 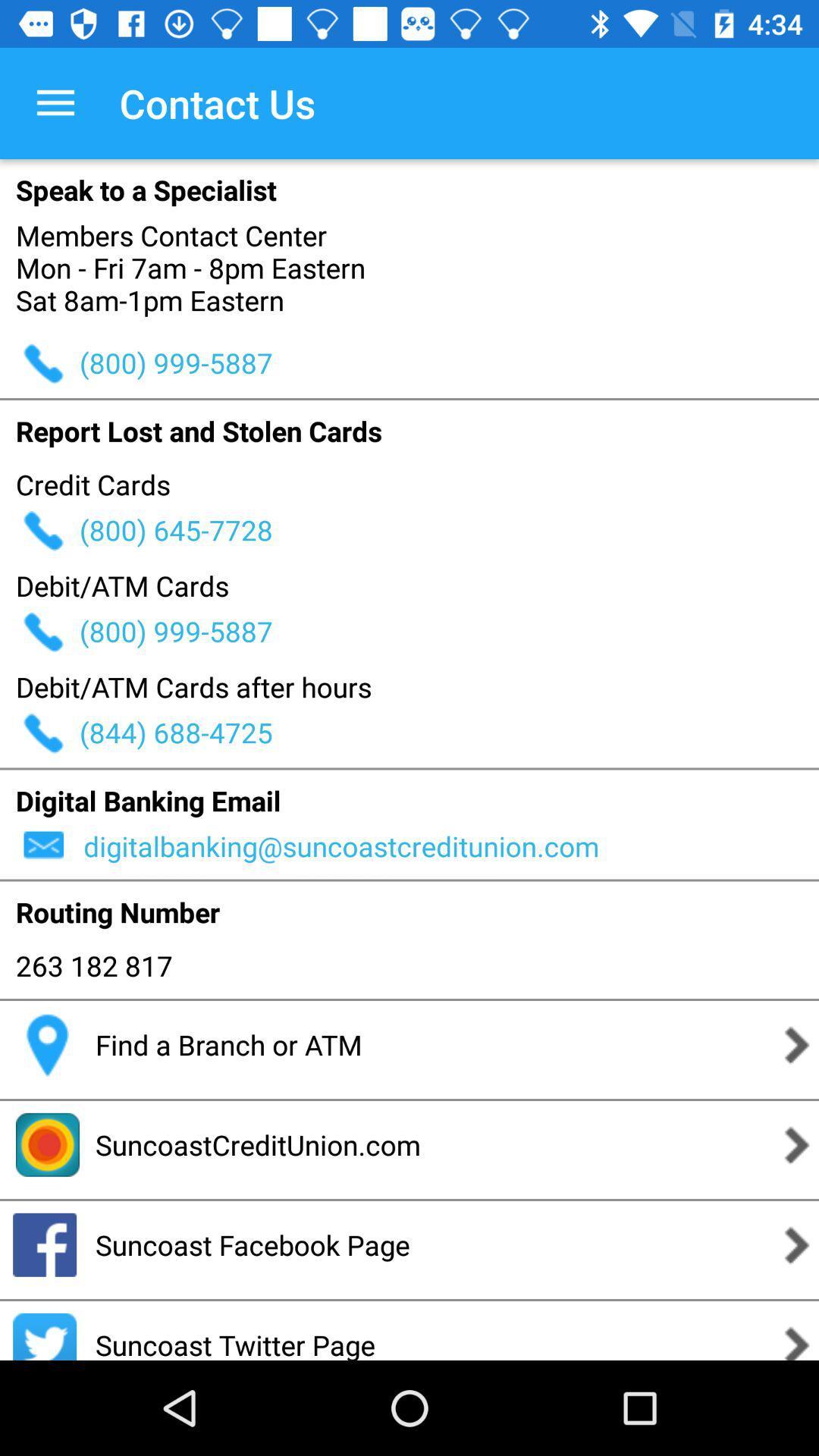 What do you see at coordinates (448, 530) in the screenshot?
I see `the (800) 645-7728 item` at bounding box center [448, 530].